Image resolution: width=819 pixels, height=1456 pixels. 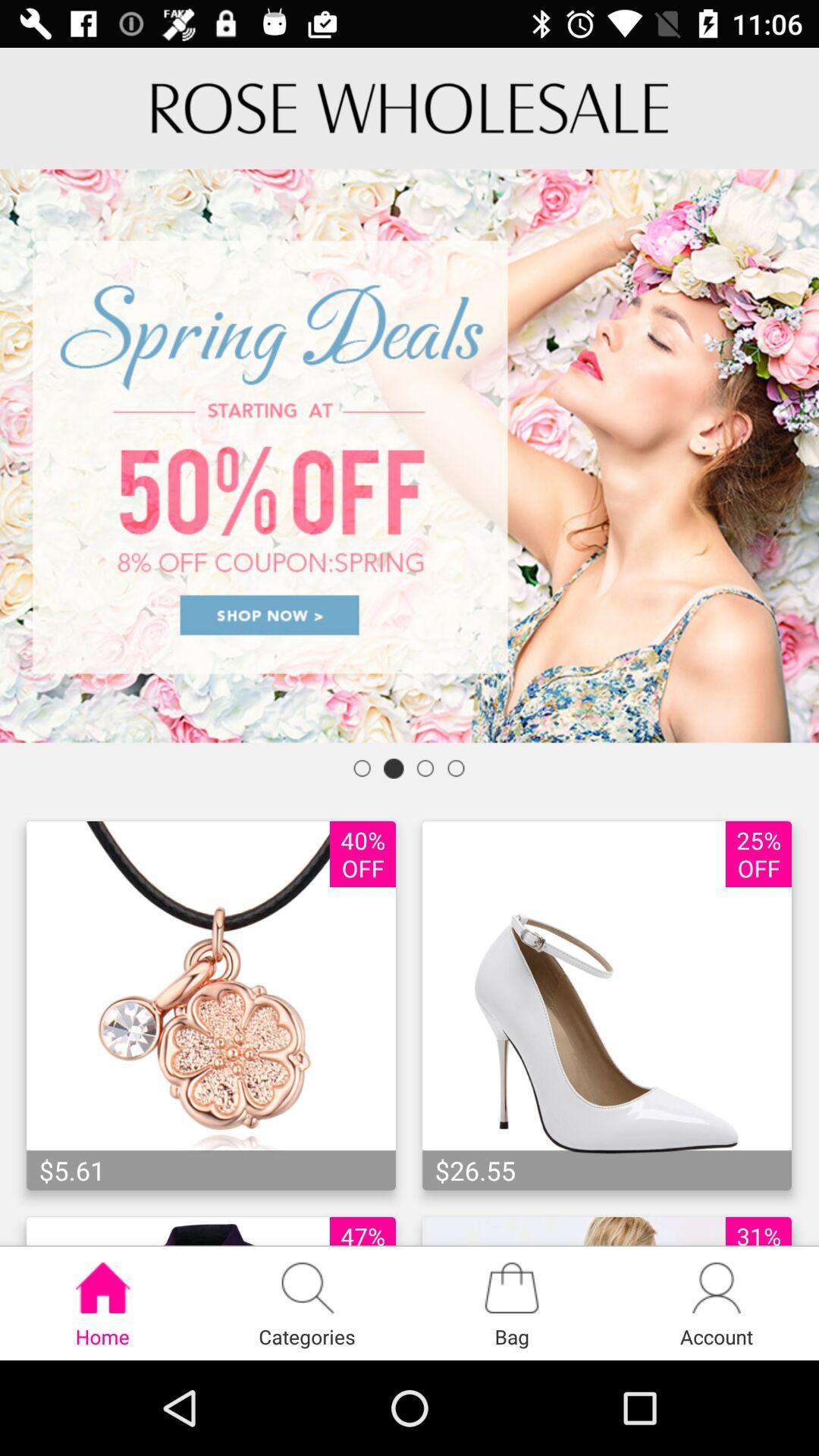 I want to click on first image, so click(x=211, y=1006).